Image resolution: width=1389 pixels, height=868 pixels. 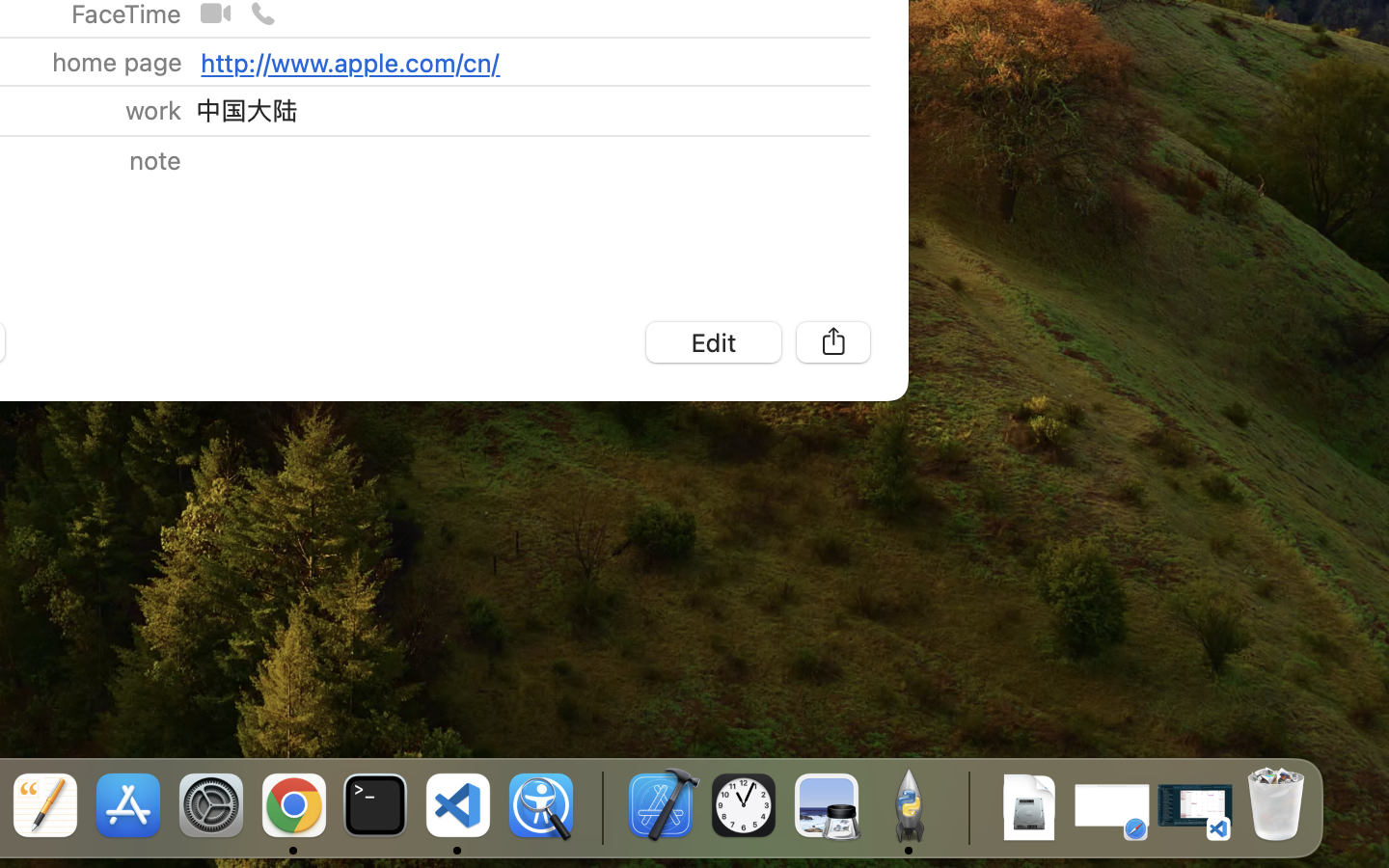 I want to click on '中国大陆', so click(x=245, y=110).